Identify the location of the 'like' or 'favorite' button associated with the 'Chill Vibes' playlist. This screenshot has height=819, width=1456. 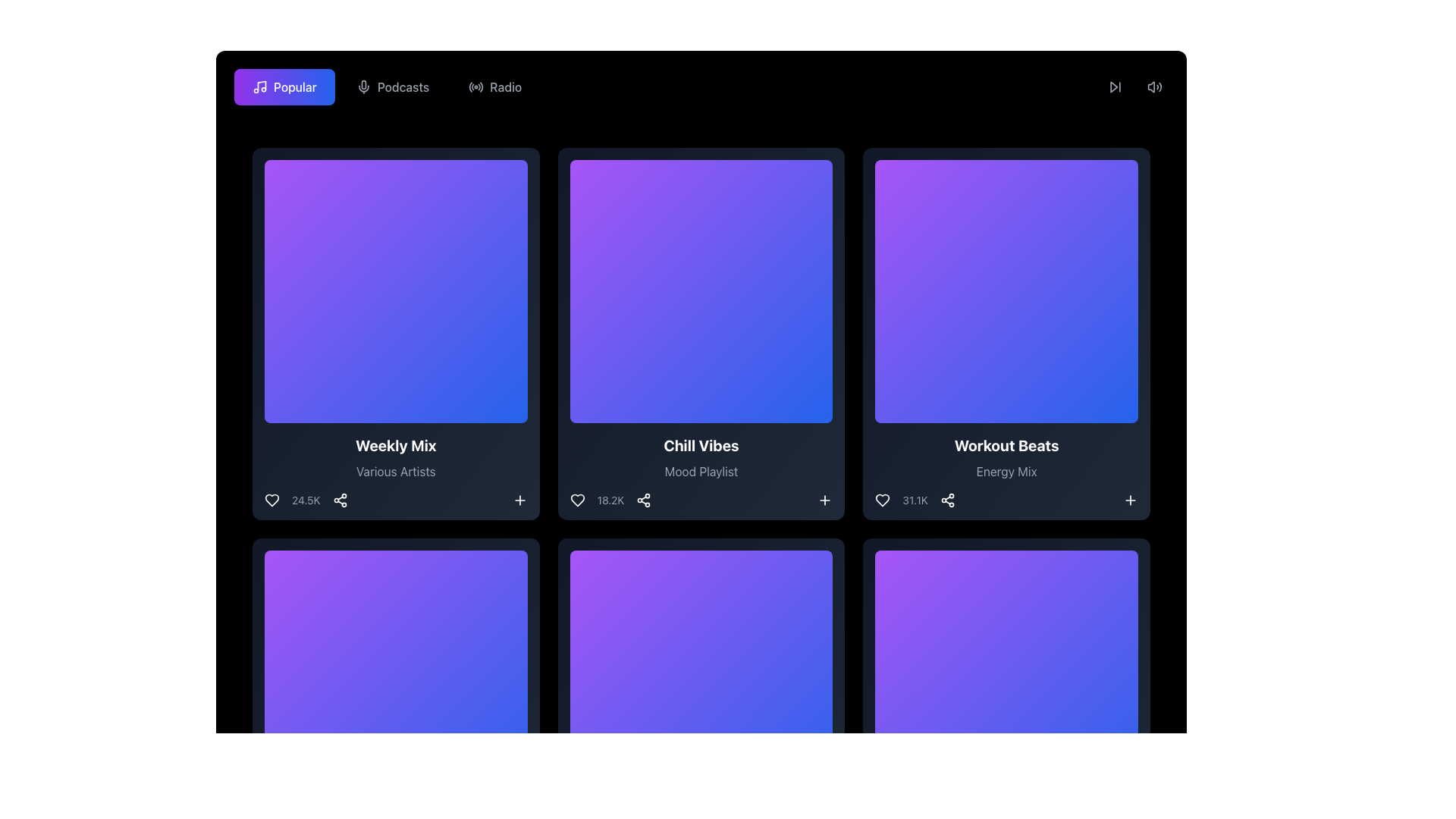
(576, 500).